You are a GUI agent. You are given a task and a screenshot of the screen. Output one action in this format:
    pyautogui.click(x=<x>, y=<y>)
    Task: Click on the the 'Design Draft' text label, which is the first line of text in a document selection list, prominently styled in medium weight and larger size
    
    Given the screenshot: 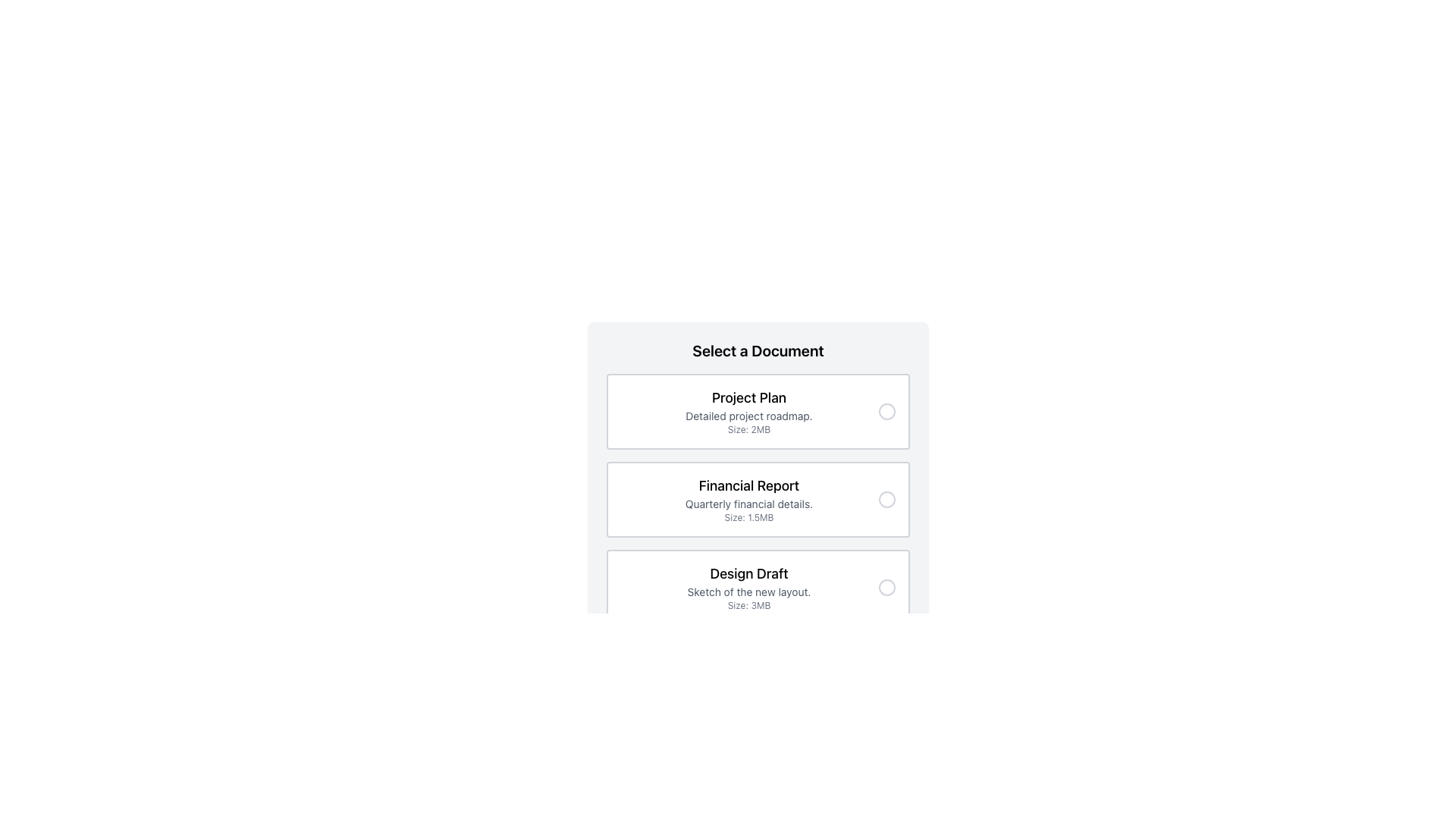 What is the action you would take?
    pyautogui.click(x=749, y=573)
    